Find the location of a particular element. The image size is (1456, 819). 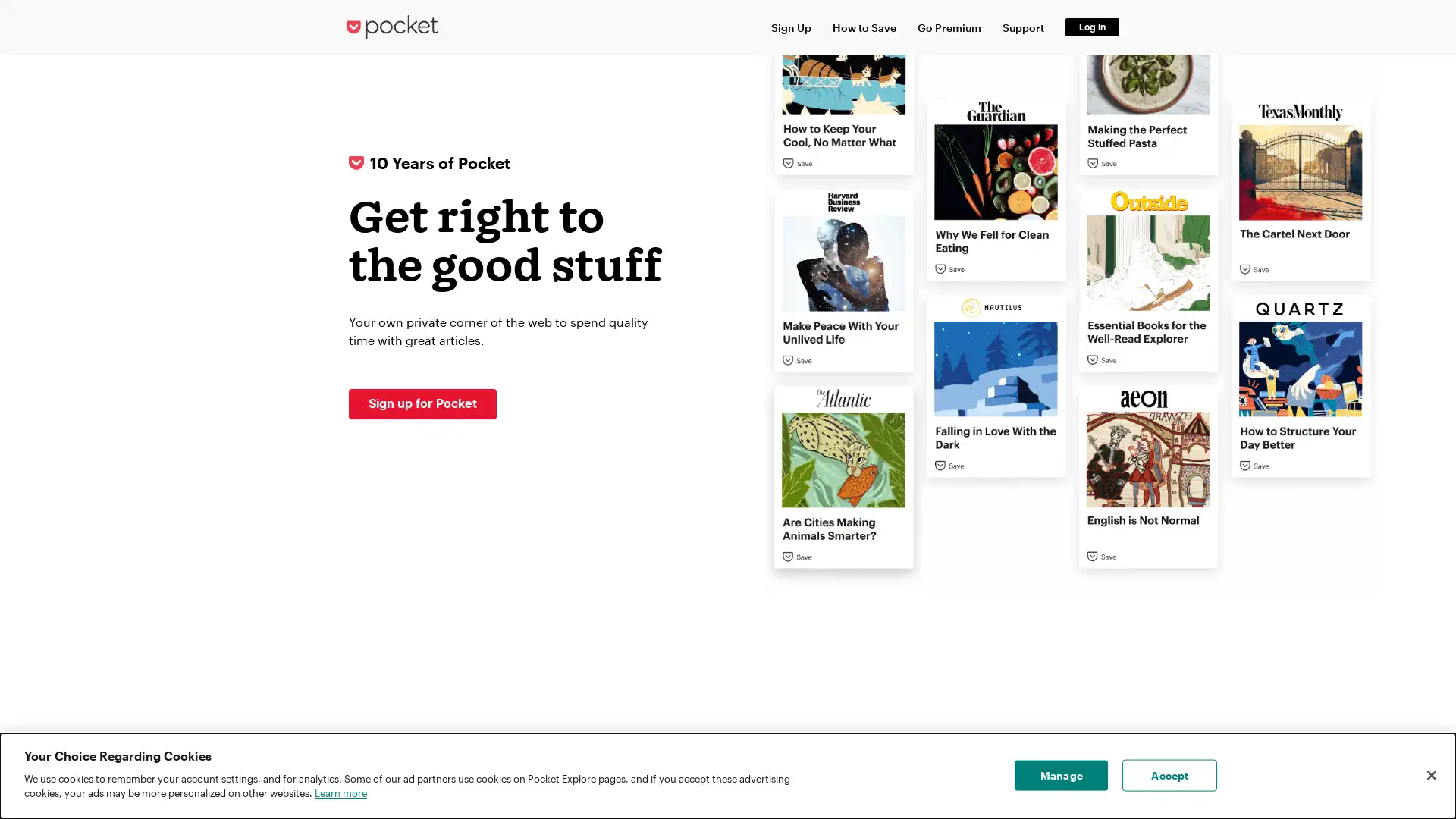

Close is located at coordinates (1430, 775).